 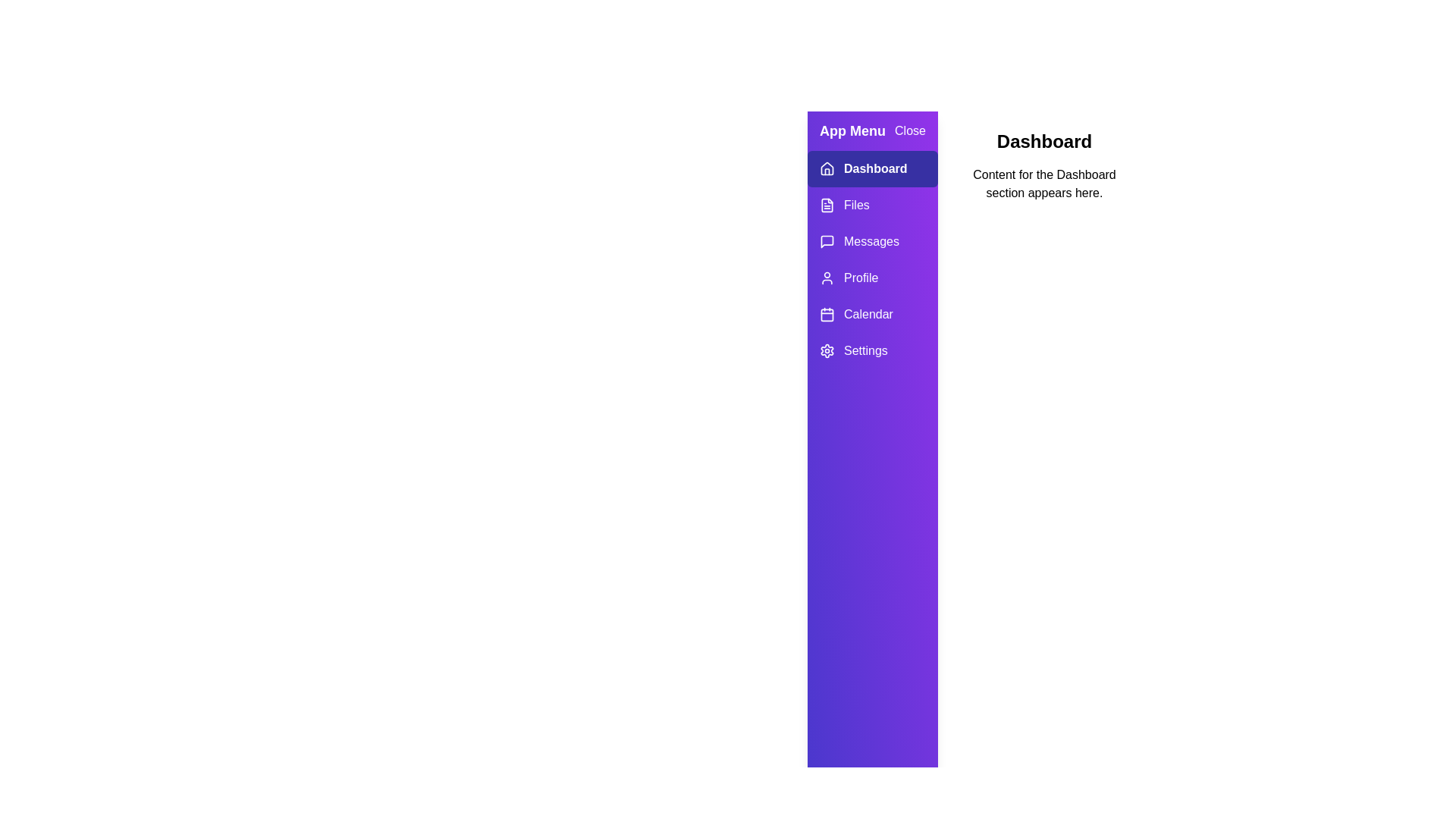 What do you see at coordinates (873, 278) in the screenshot?
I see `the tab labeled Profile in the drawer` at bounding box center [873, 278].